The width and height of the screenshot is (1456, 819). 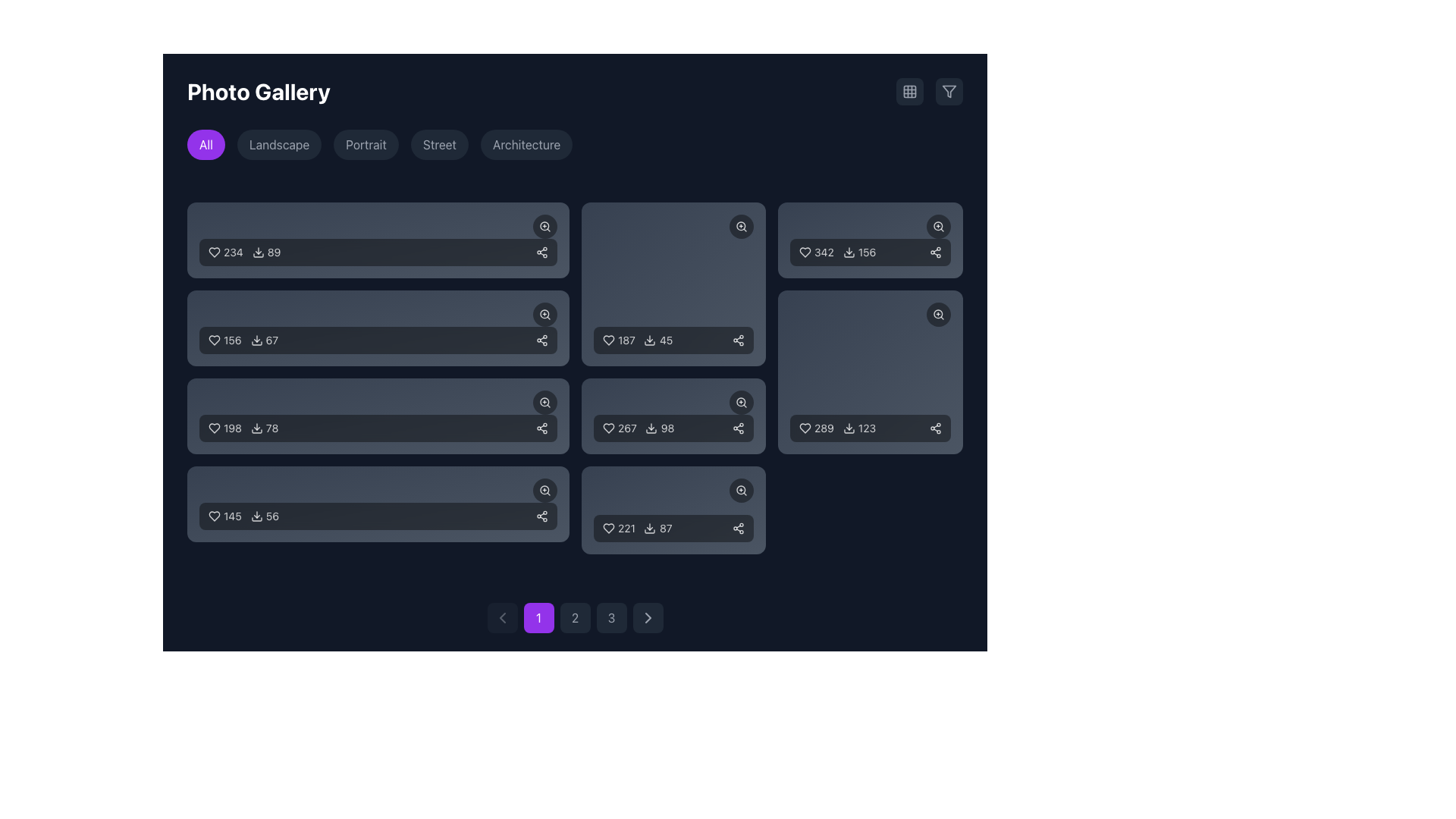 What do you see at coordinates (650, 528) in the screenshot?
I see `the download icon located at the bottom-left of the grid cell in the 'Photo Gallery' layout to initiate the download action` at bounding box center [650, 528].